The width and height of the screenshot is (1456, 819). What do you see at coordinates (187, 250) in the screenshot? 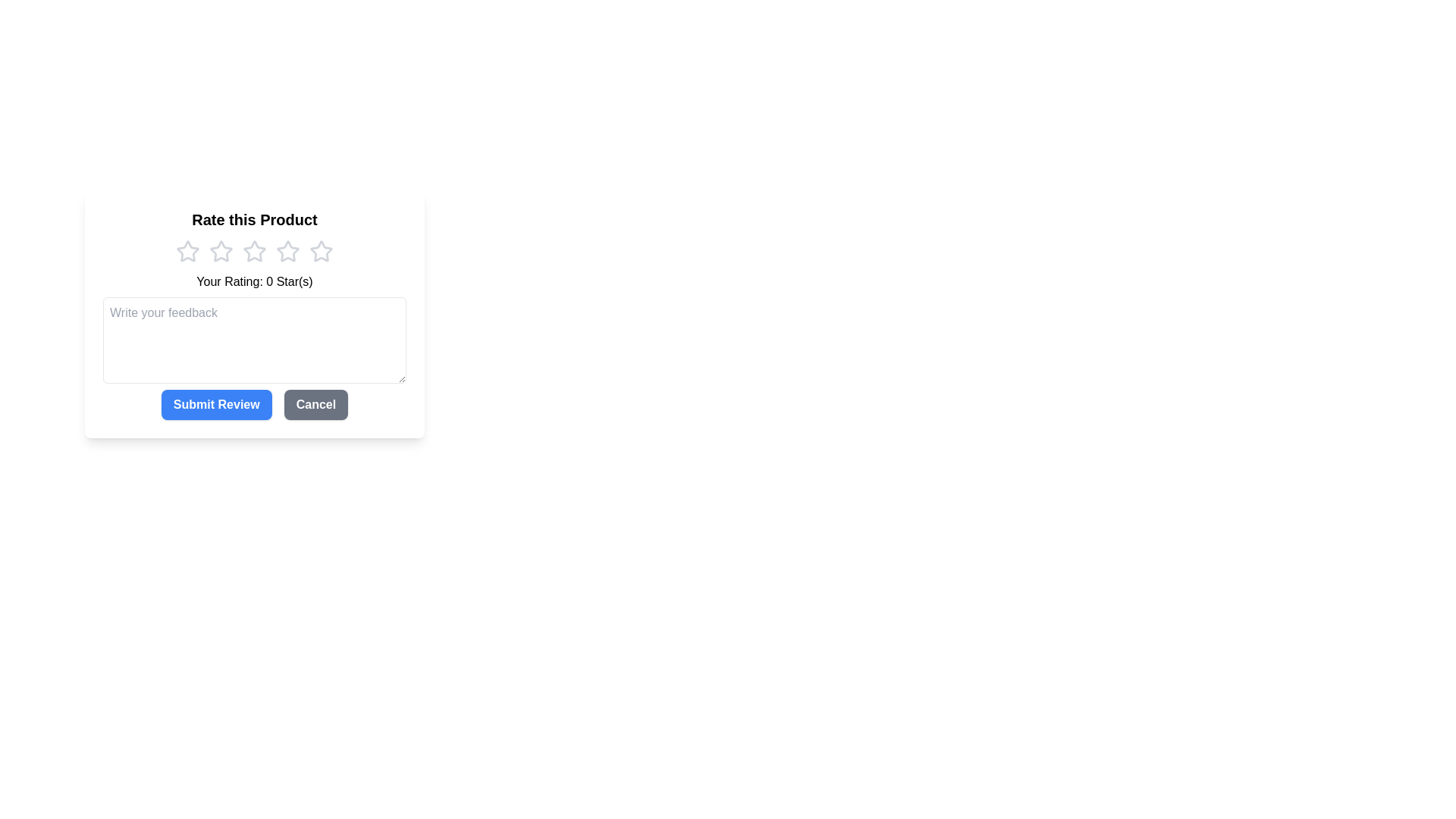
I see `the first rating star below the heading 'Rate this Product' to set the rating` at bounding box center [187, 250].